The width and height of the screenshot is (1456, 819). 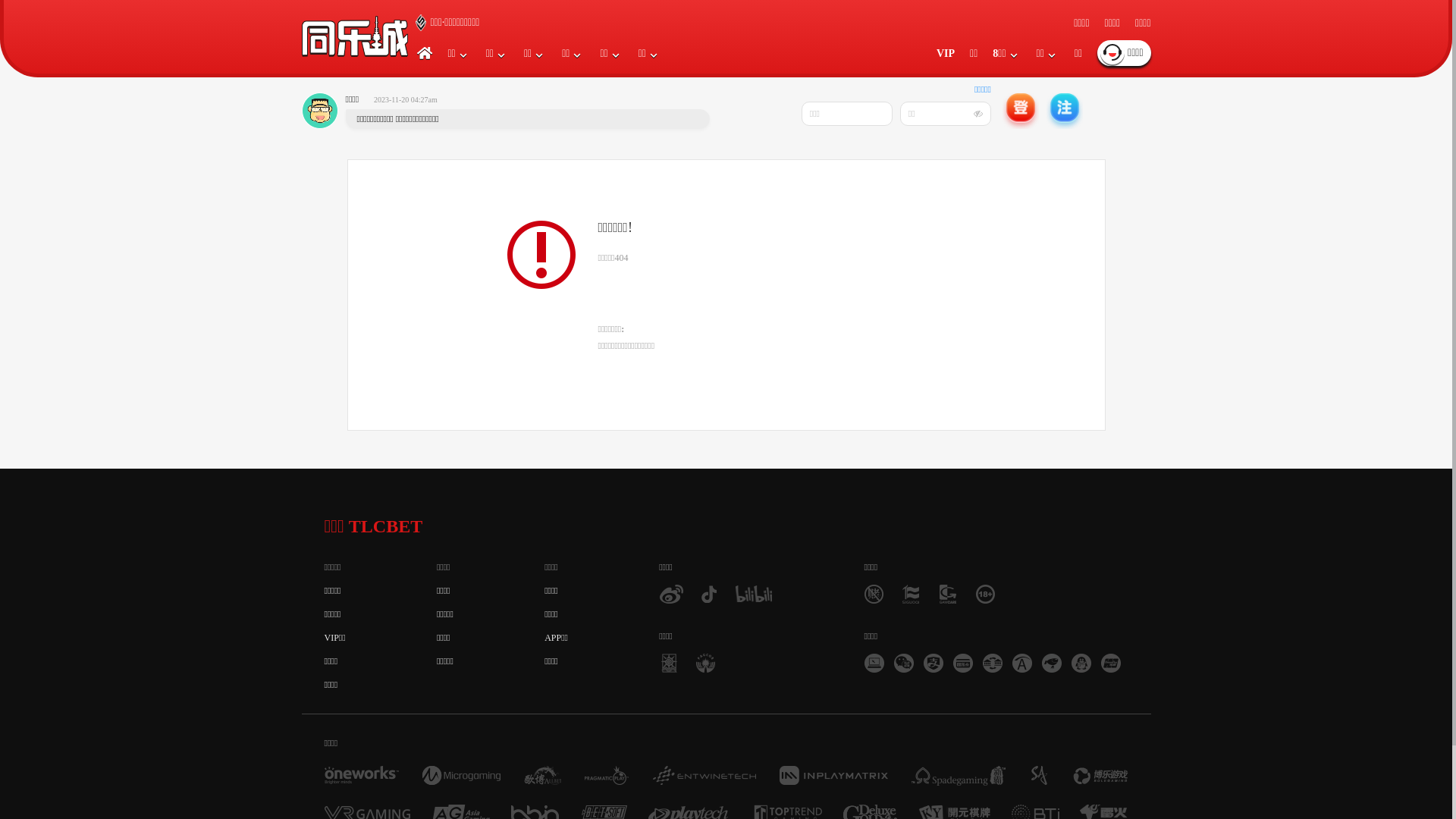 What do you see at coordinates (945, 52) in the screenshot?
I see `'VIP'` at bounding box center [945, 52].